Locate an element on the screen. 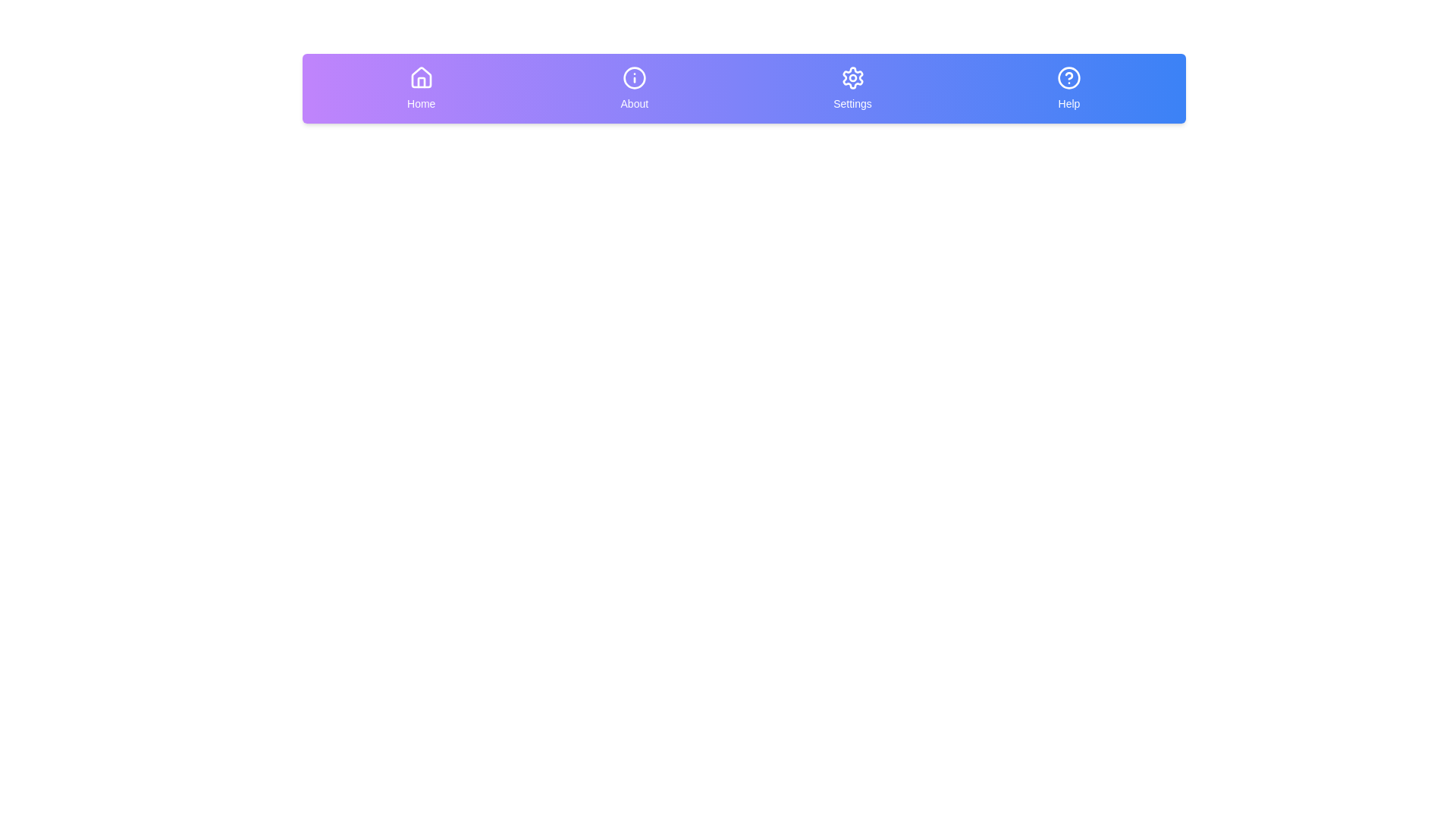 The height and width of the screenshot is (819, 1456). the help button located at the top-right corner of the navigation bar is located at coordinates (1068, 88).